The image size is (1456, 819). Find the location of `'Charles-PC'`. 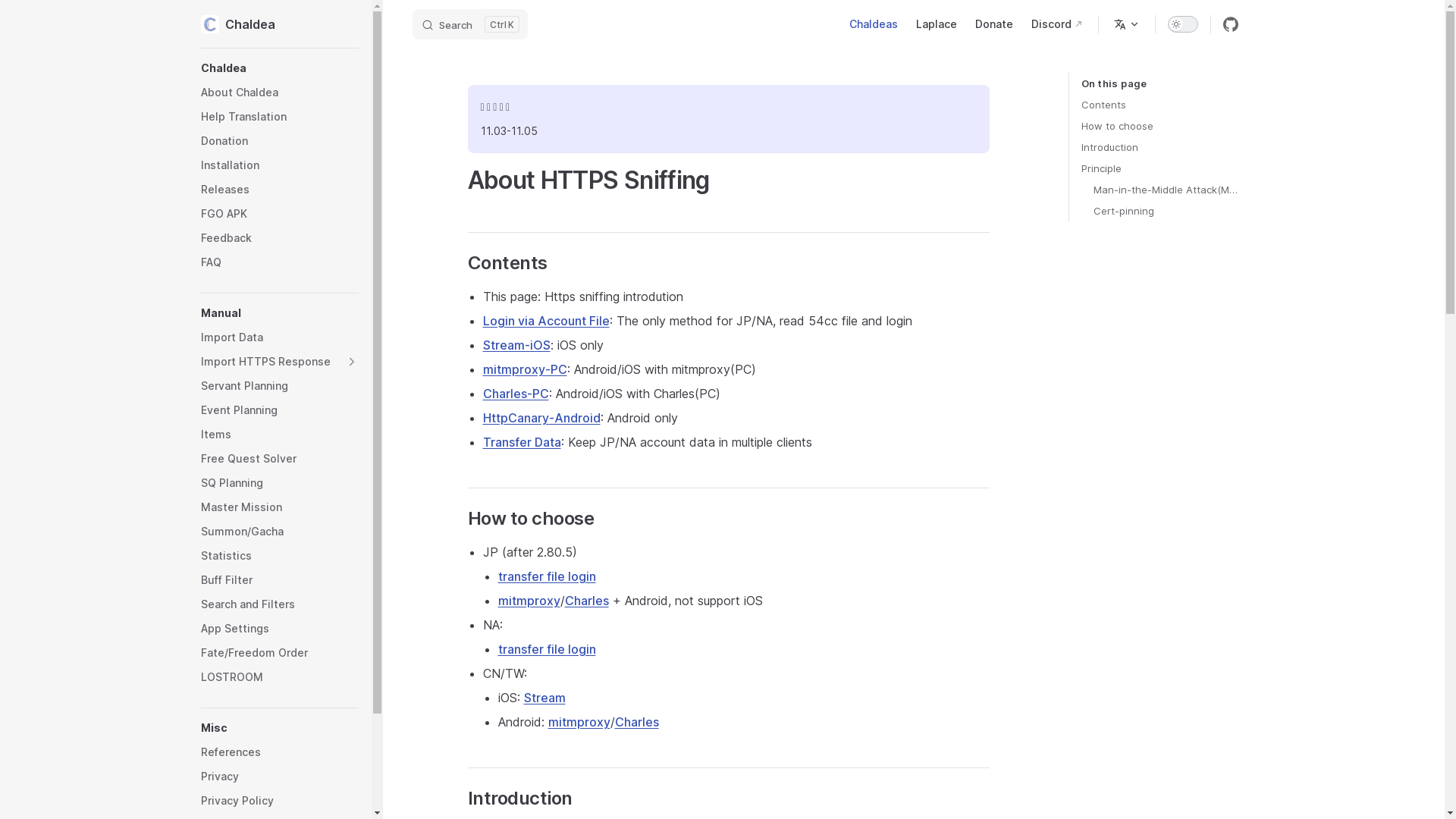

'Charles-PC' is located at coordinates (515, 393).